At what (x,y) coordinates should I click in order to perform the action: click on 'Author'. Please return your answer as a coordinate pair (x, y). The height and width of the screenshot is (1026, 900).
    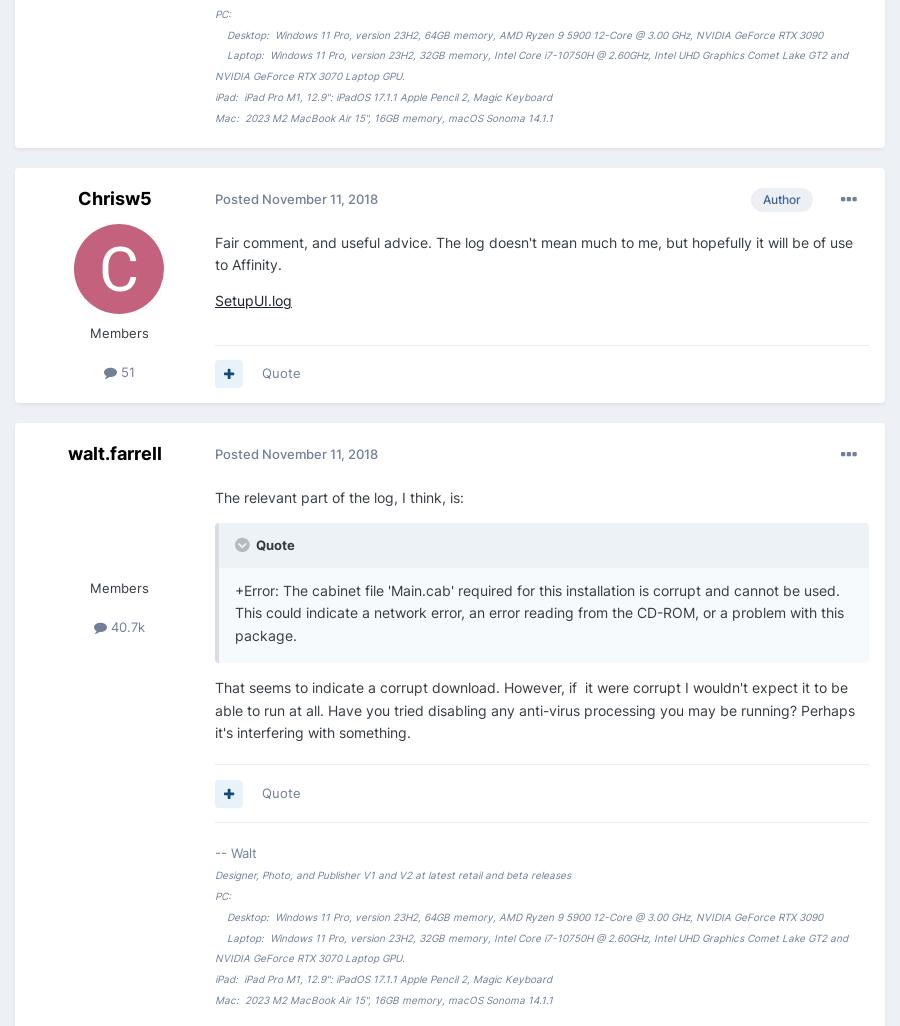
    Looking at the image, I should click on (781, 197).